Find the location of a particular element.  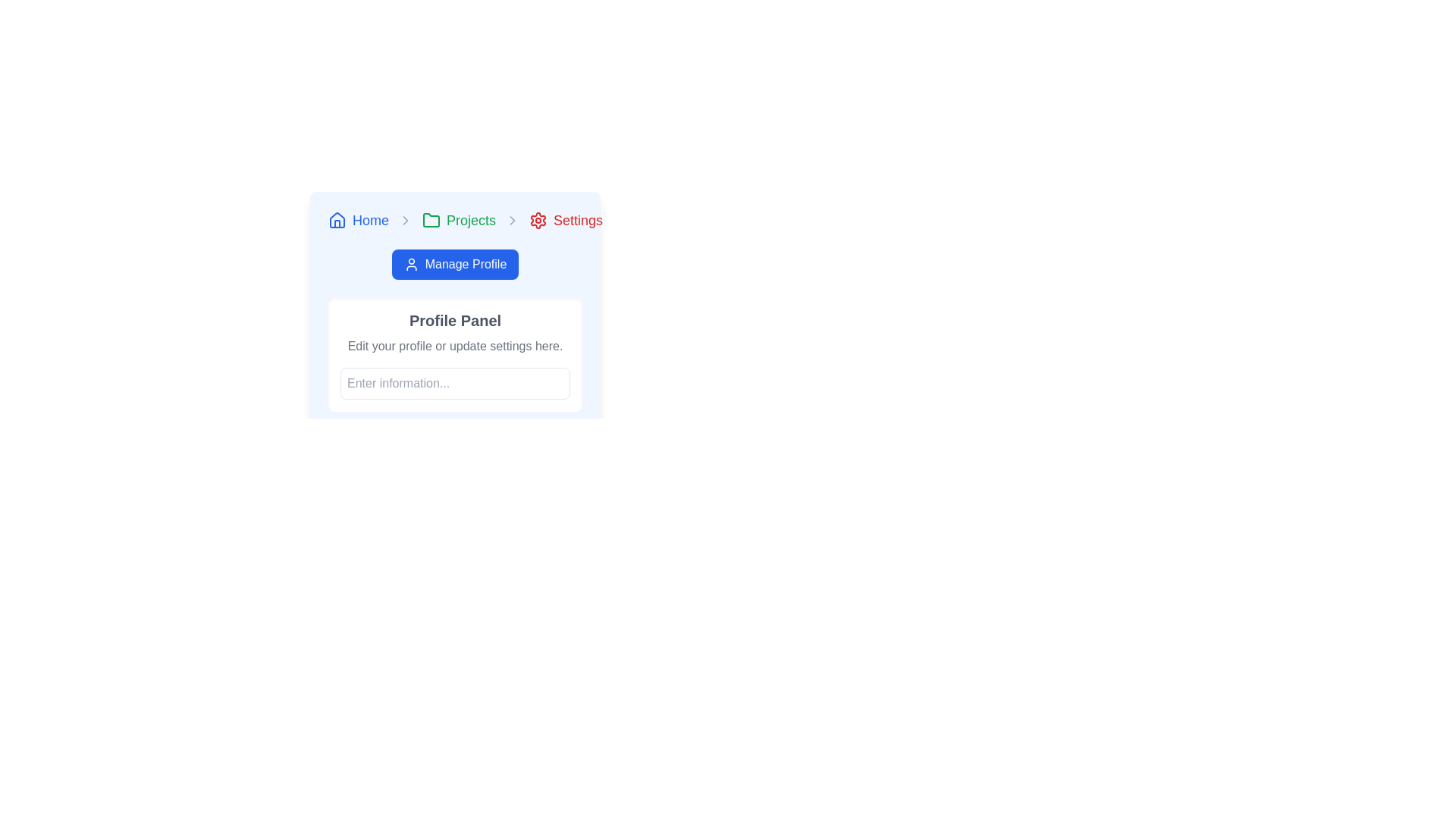

the visual representation of the chevron icon in the breadcrumb navigation located between the 'Projects' and 'Settings' links is located at coordinates (406, 220).